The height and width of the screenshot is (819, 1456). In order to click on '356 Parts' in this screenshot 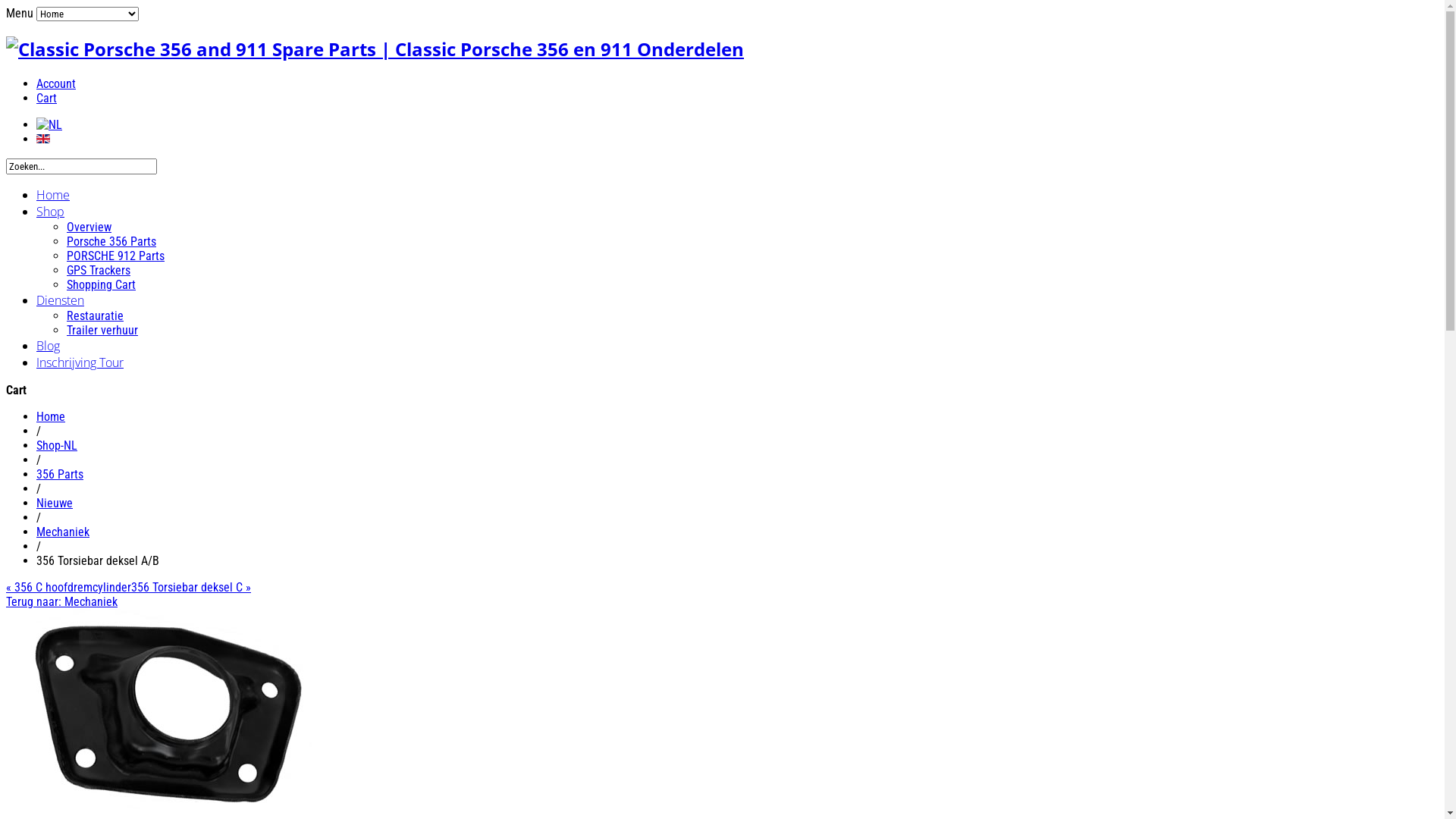, I will do `click(59, 473)`.